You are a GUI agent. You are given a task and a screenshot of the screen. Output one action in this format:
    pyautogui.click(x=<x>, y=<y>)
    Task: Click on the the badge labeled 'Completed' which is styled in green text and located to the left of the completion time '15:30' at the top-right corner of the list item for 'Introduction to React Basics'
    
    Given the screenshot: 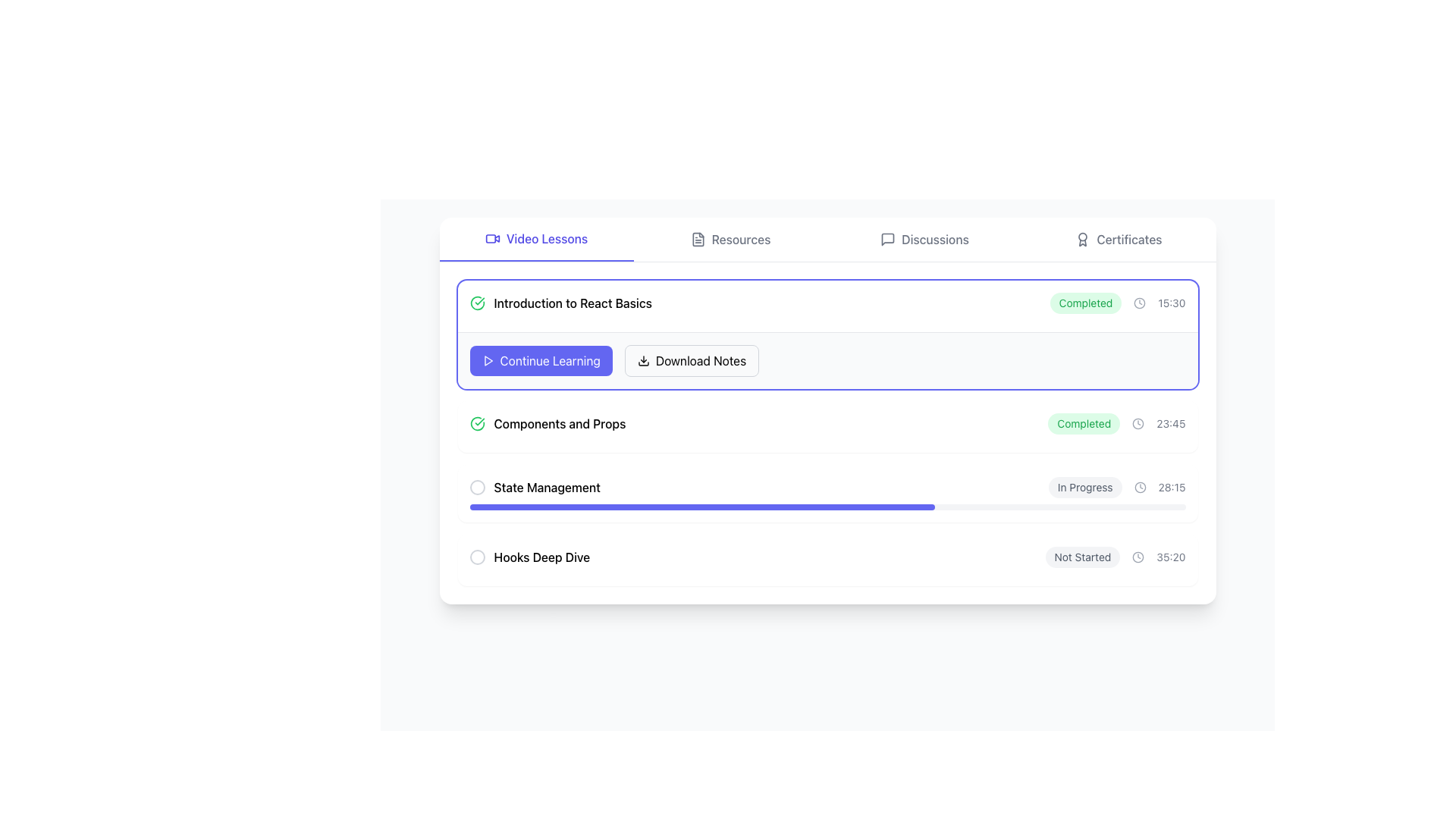 What is the action you would take?
    pyautogui.click(x=1084, y=303)
    